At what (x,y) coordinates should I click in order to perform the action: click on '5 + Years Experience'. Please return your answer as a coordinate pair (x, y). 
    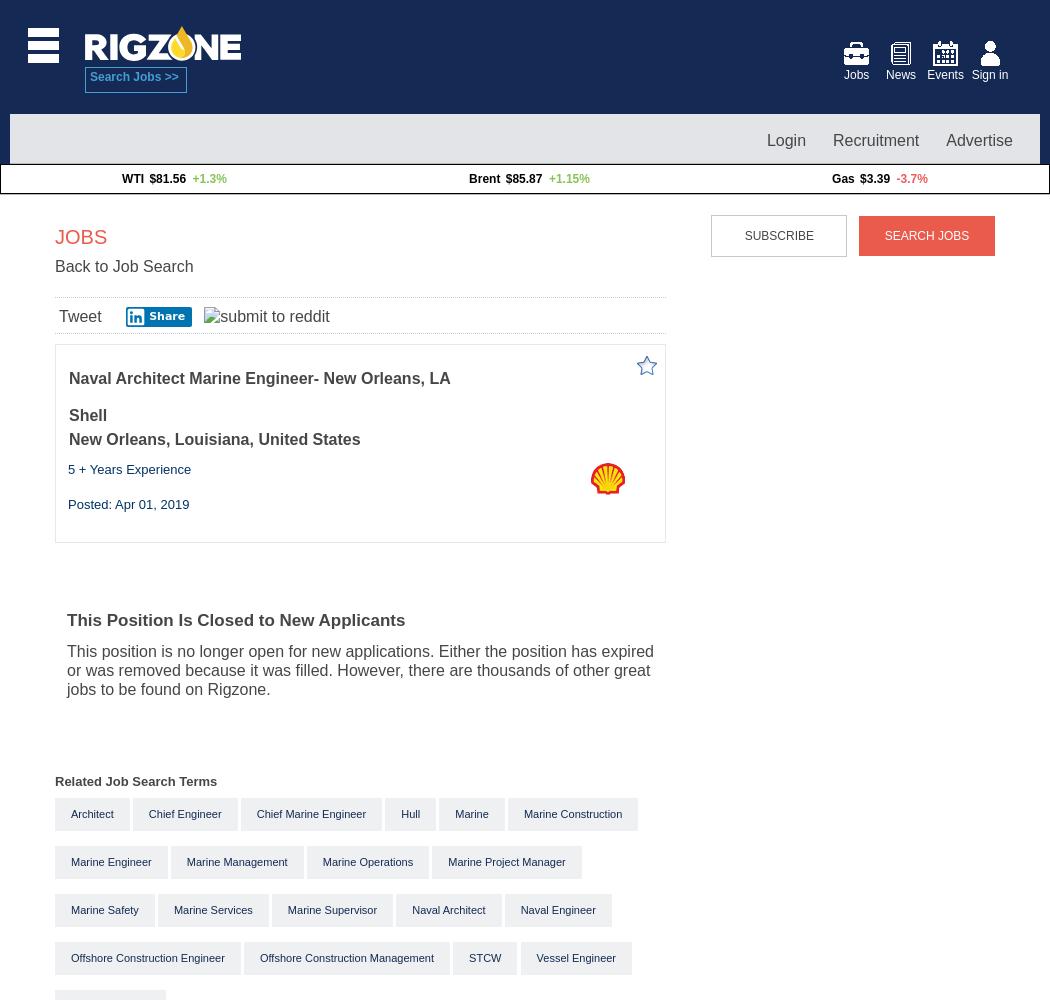
    Looking at the image, I should click on (128, 467).